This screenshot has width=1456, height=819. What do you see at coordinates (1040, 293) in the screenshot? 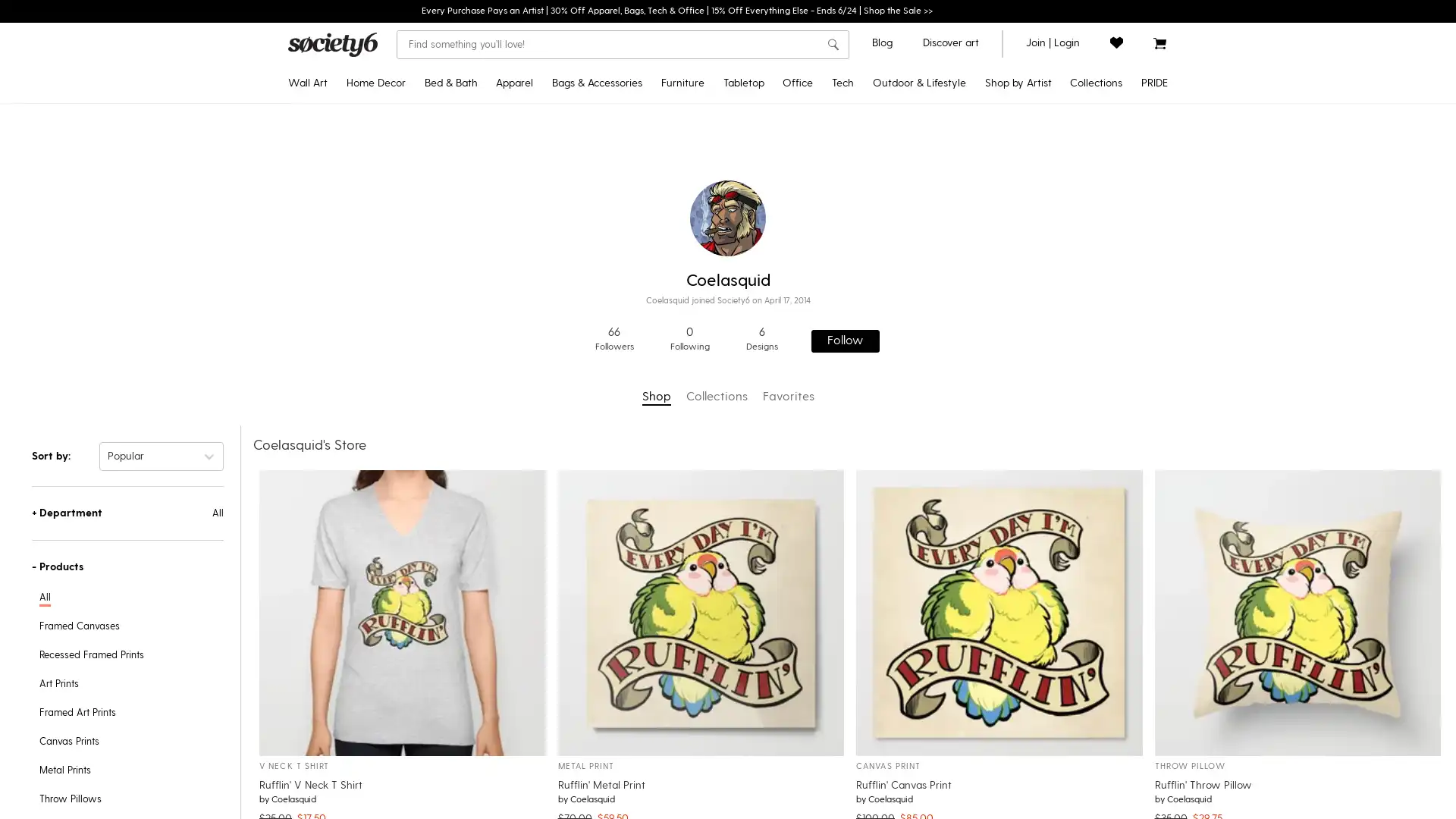
I see `Inspired by Matisse` at bounding box center [1040, 293].